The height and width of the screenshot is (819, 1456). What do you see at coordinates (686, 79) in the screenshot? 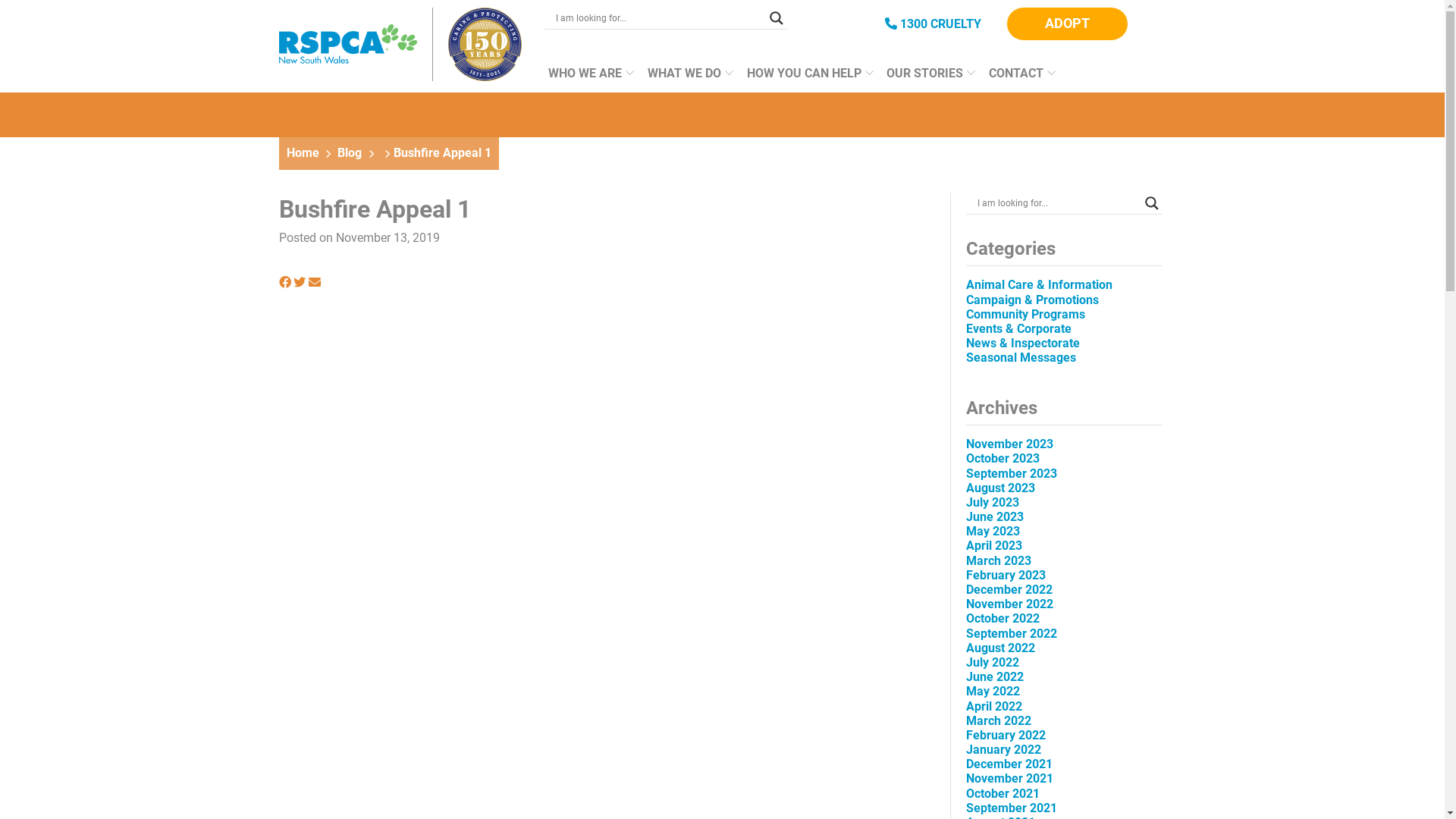
I see `'WHAT WE DO'` at bounding box center [686, 79].